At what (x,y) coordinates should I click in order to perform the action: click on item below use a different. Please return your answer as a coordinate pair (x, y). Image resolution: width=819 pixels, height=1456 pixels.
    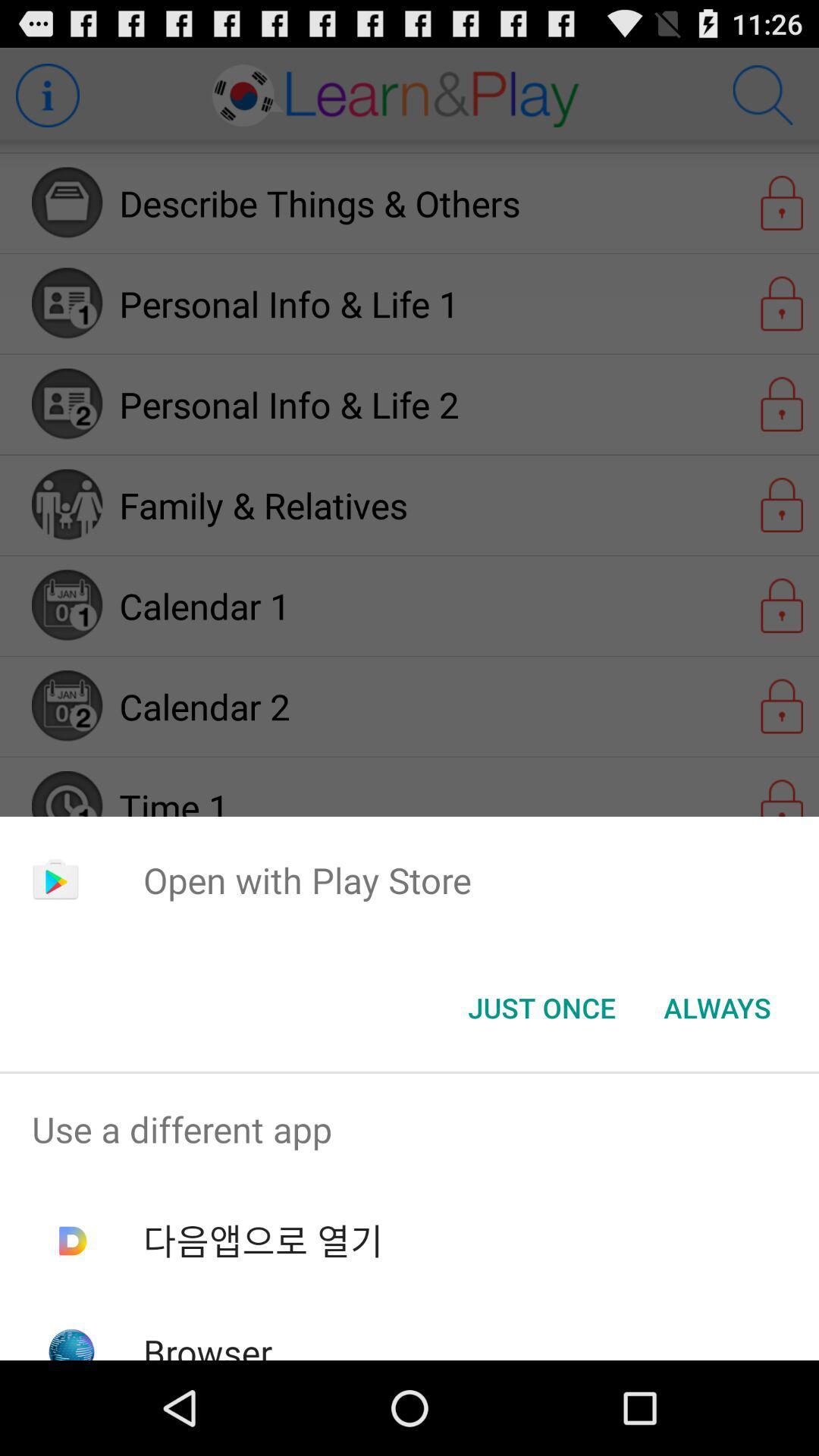
    Looking at the image, I should click on (262, 1241).